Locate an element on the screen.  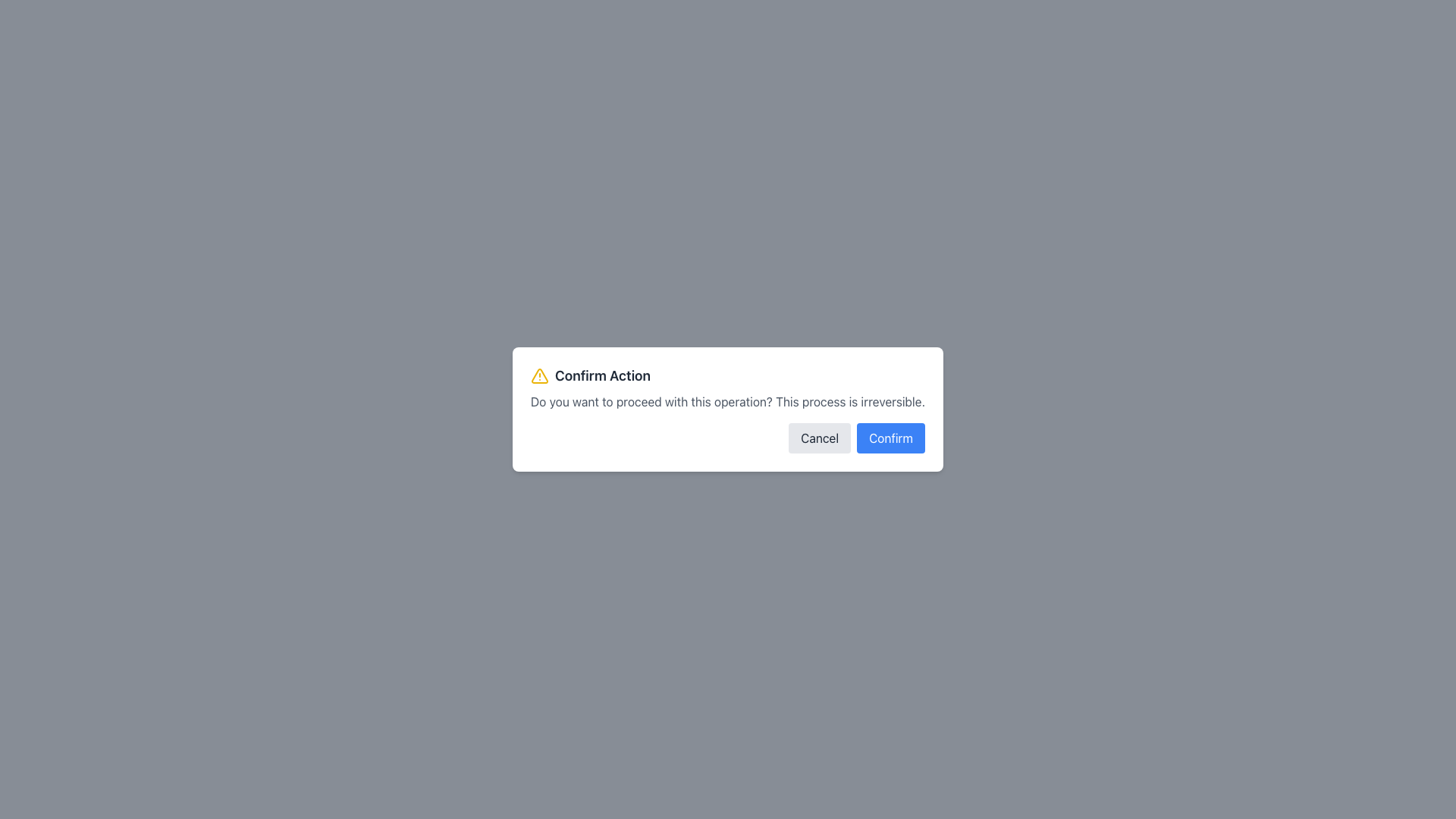
the blue 'Confirm' button is located at coordinates (891, 438).